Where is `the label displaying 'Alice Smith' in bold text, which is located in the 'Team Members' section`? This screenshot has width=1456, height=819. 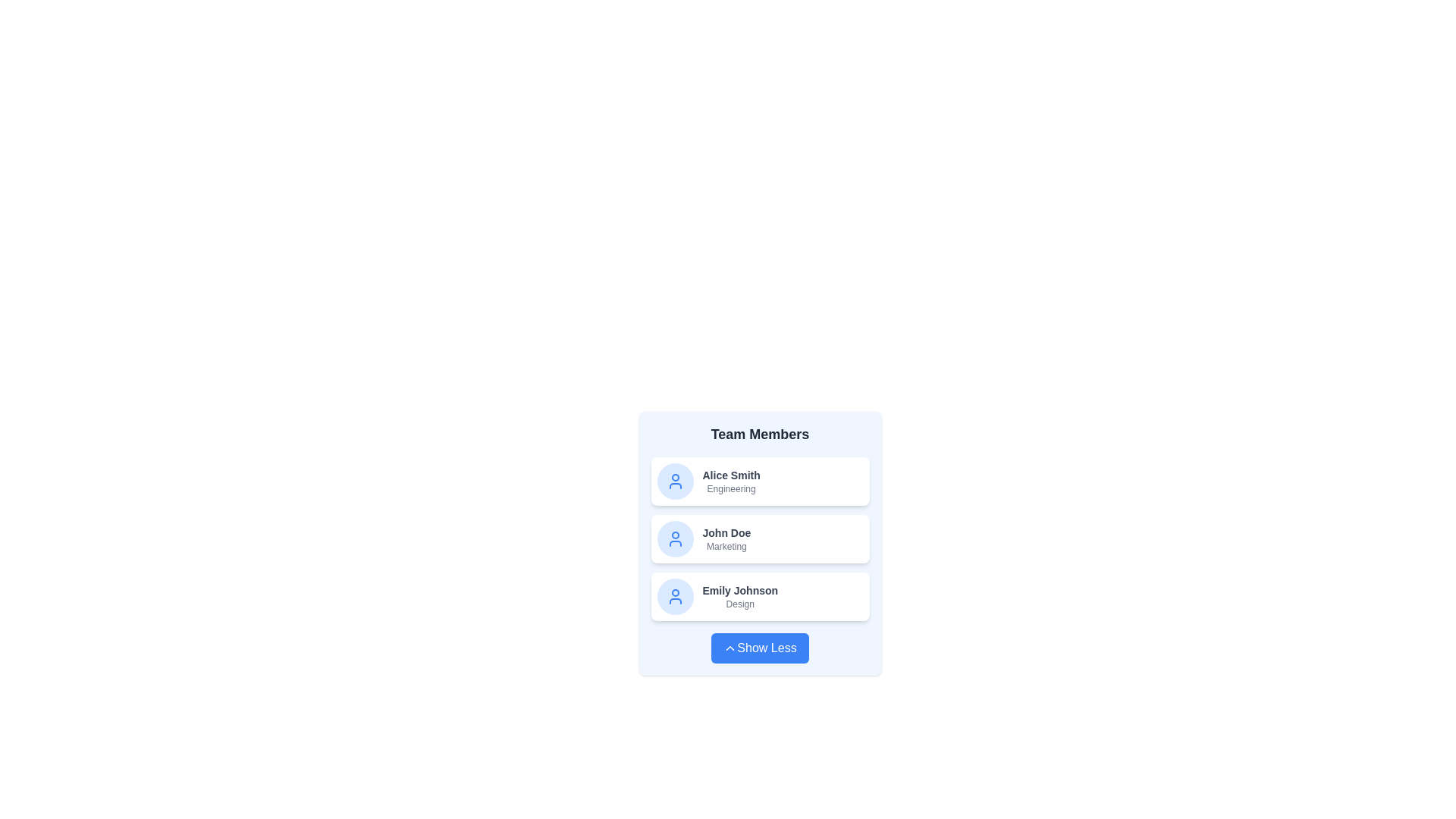
the label displaying 'Alice Smith' in bold text, which is located in the 'Team Members' section is located at coordinates (731, 482).